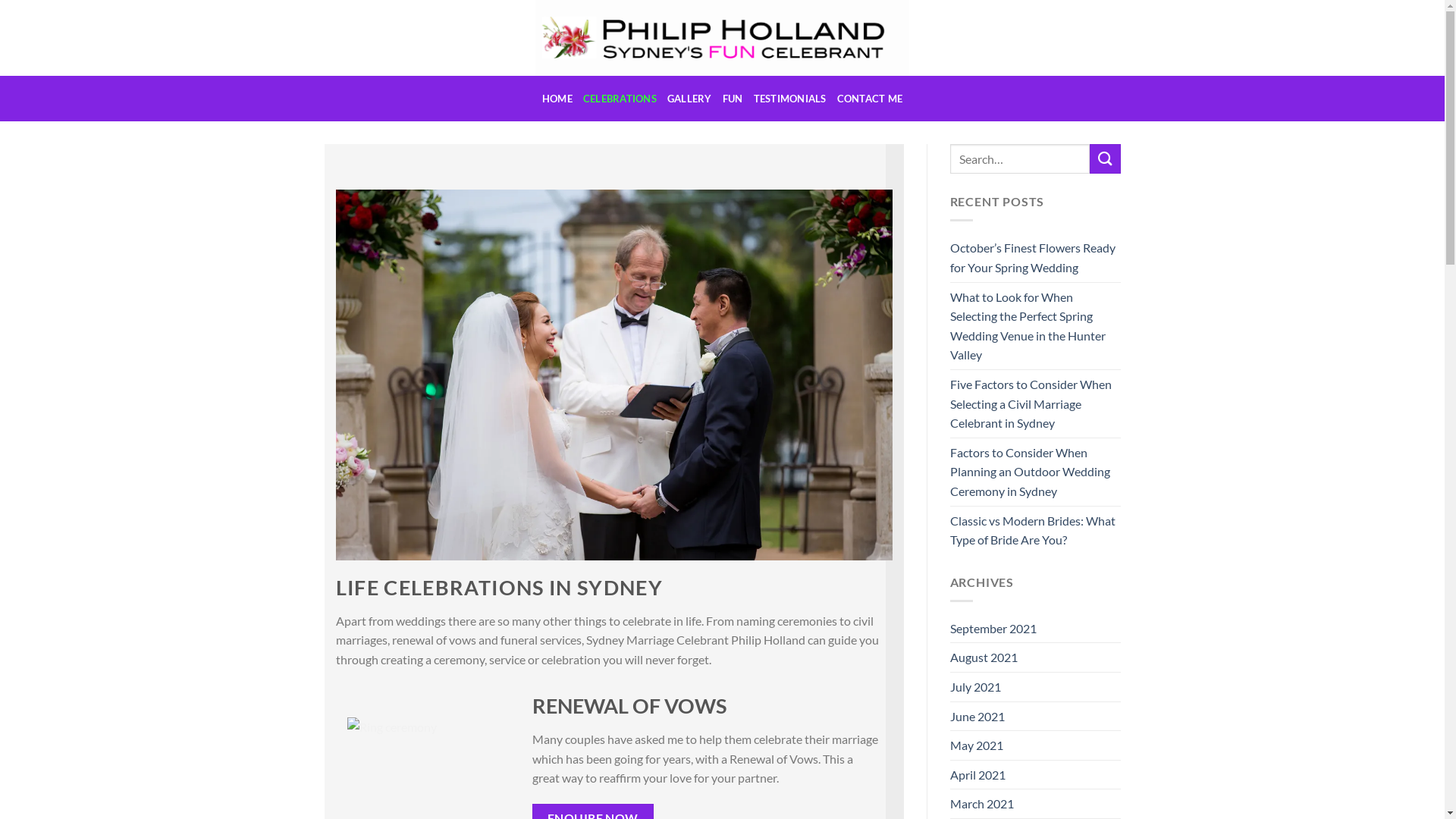 Image resolution: width=1456 pixels, height=819 pixels. What do you see at coordinates (870, 99) in the screenshot?
I see `'CONTACT ME'` at bounding box center [870, 99].